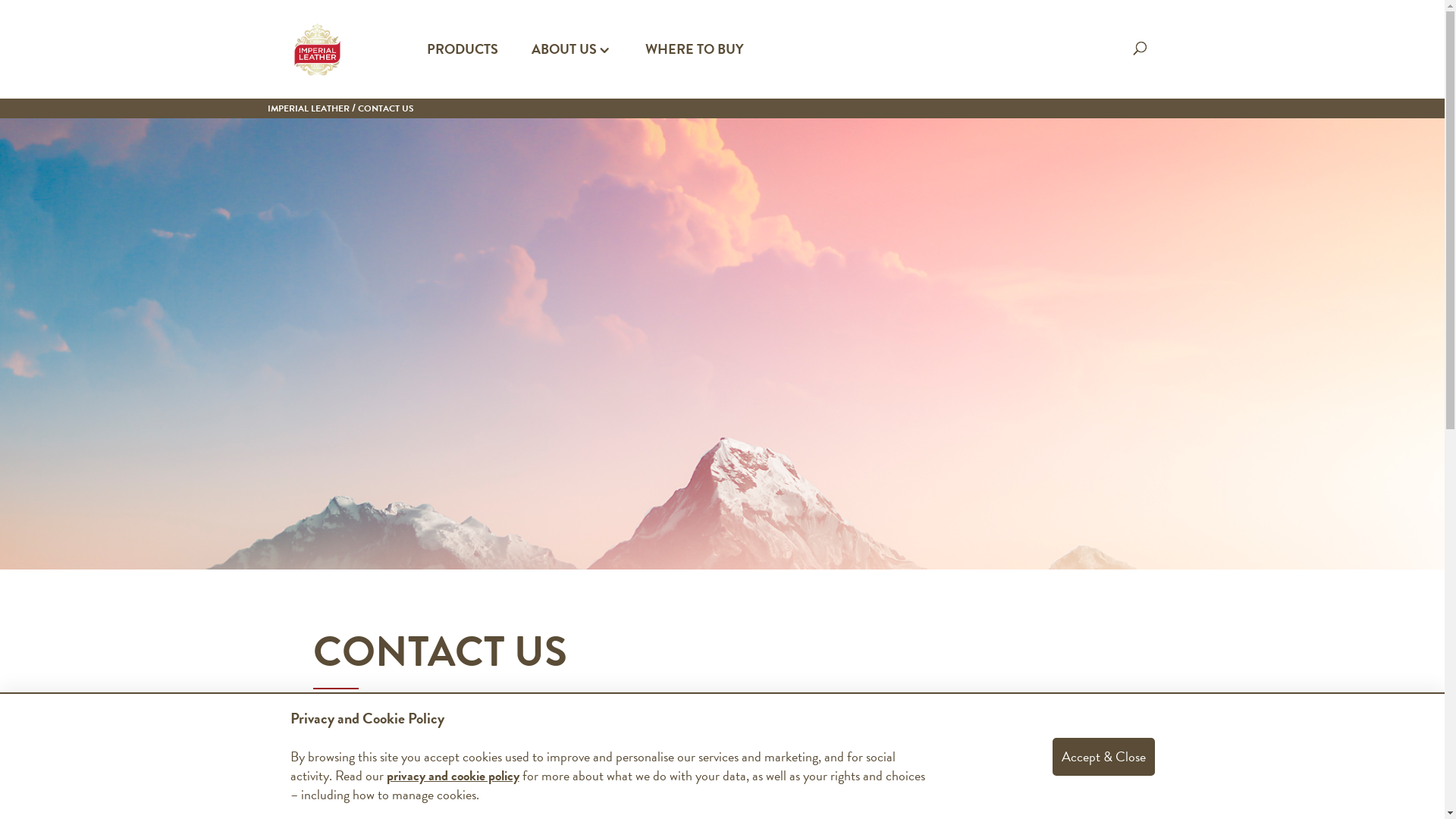 This screenshot has width=1456, height=819. I want to click on 'Mountains image', so click(721, 344).